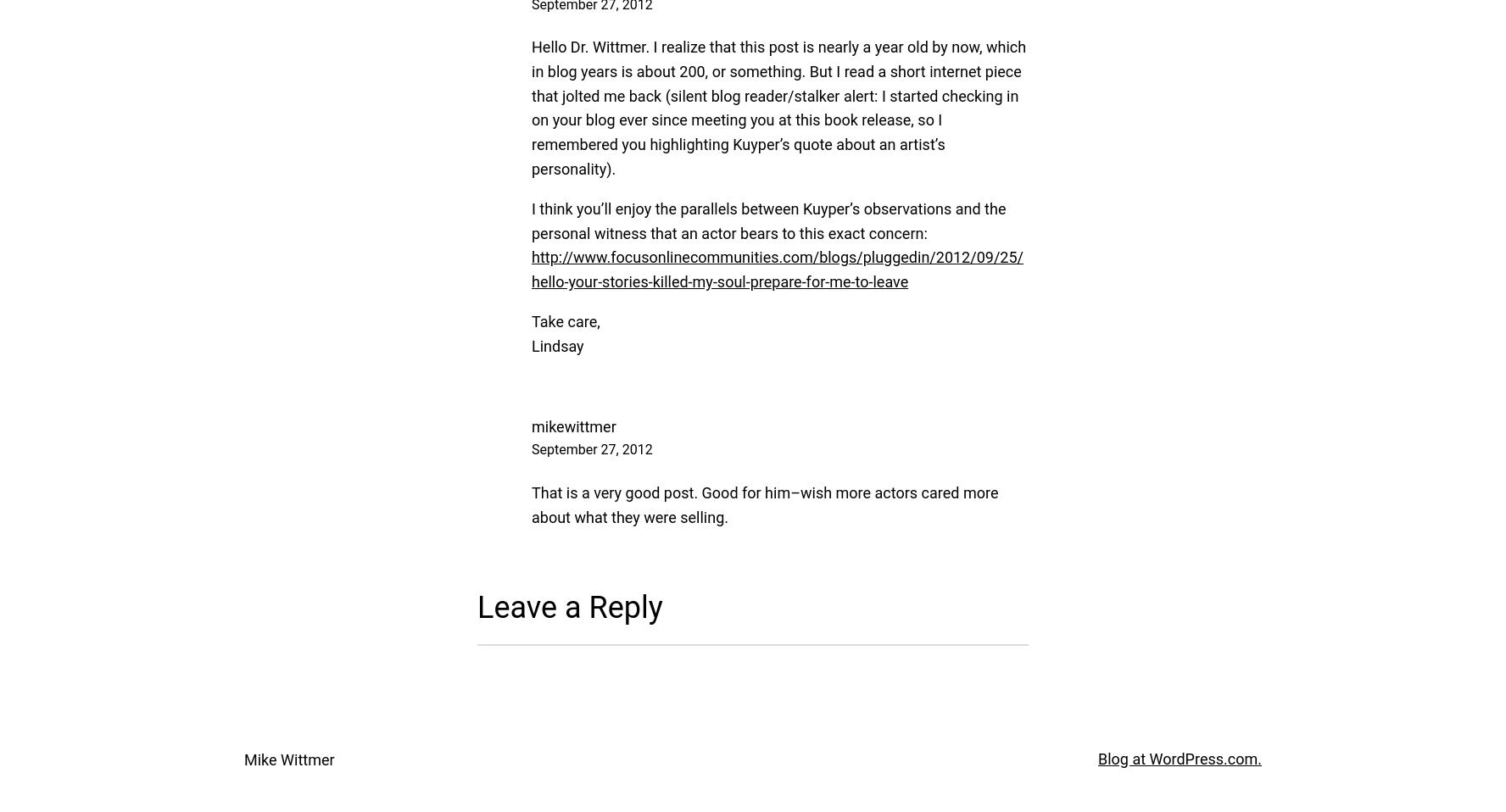  What do you see at coordinates (767, 220) in the screenshot?
I see `'I think you’ll enjoy the parallels between Kuyper’s observations and the personal witness that an actor bears to this exact concern:'` at bounding box center [767, 220].